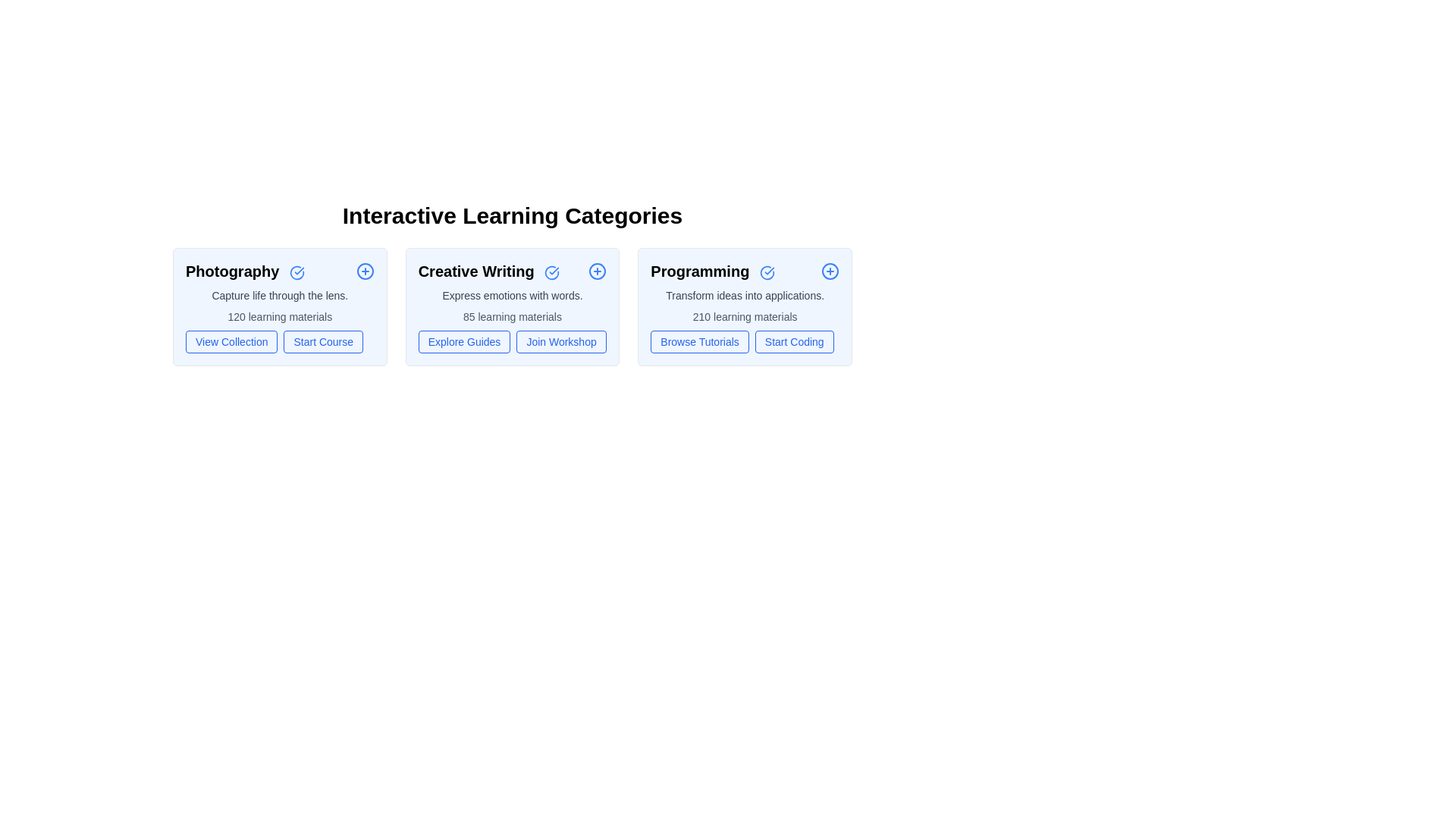  What do you see at coordinates (513, 307) in the screenshot?
I see `the category card for Creative Writing` at bounding box center [513, 307].